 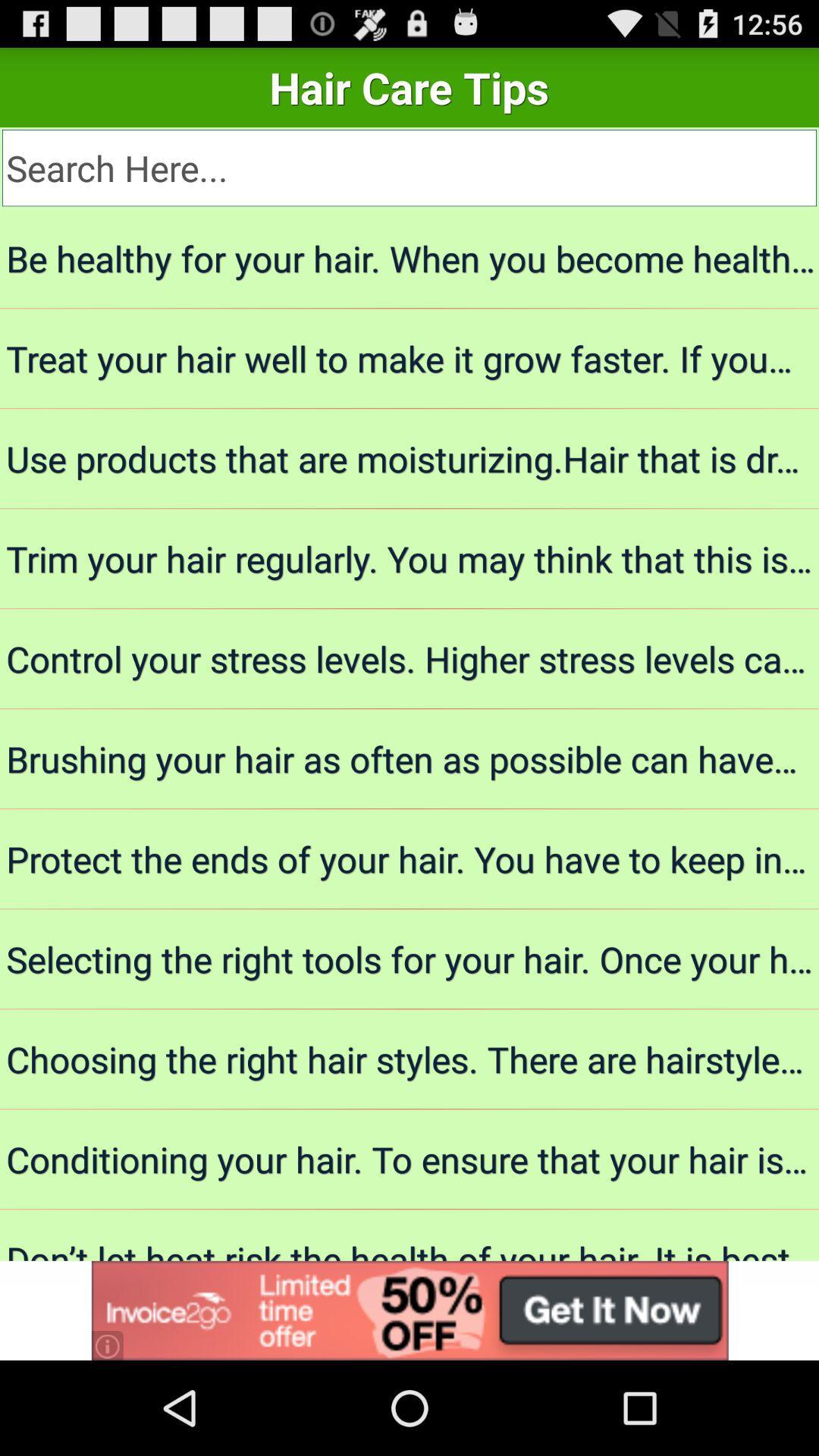 What do you see at coordinates (409, 168) in the screenshot?
I see `search tips` at bounding box center [409, 168].